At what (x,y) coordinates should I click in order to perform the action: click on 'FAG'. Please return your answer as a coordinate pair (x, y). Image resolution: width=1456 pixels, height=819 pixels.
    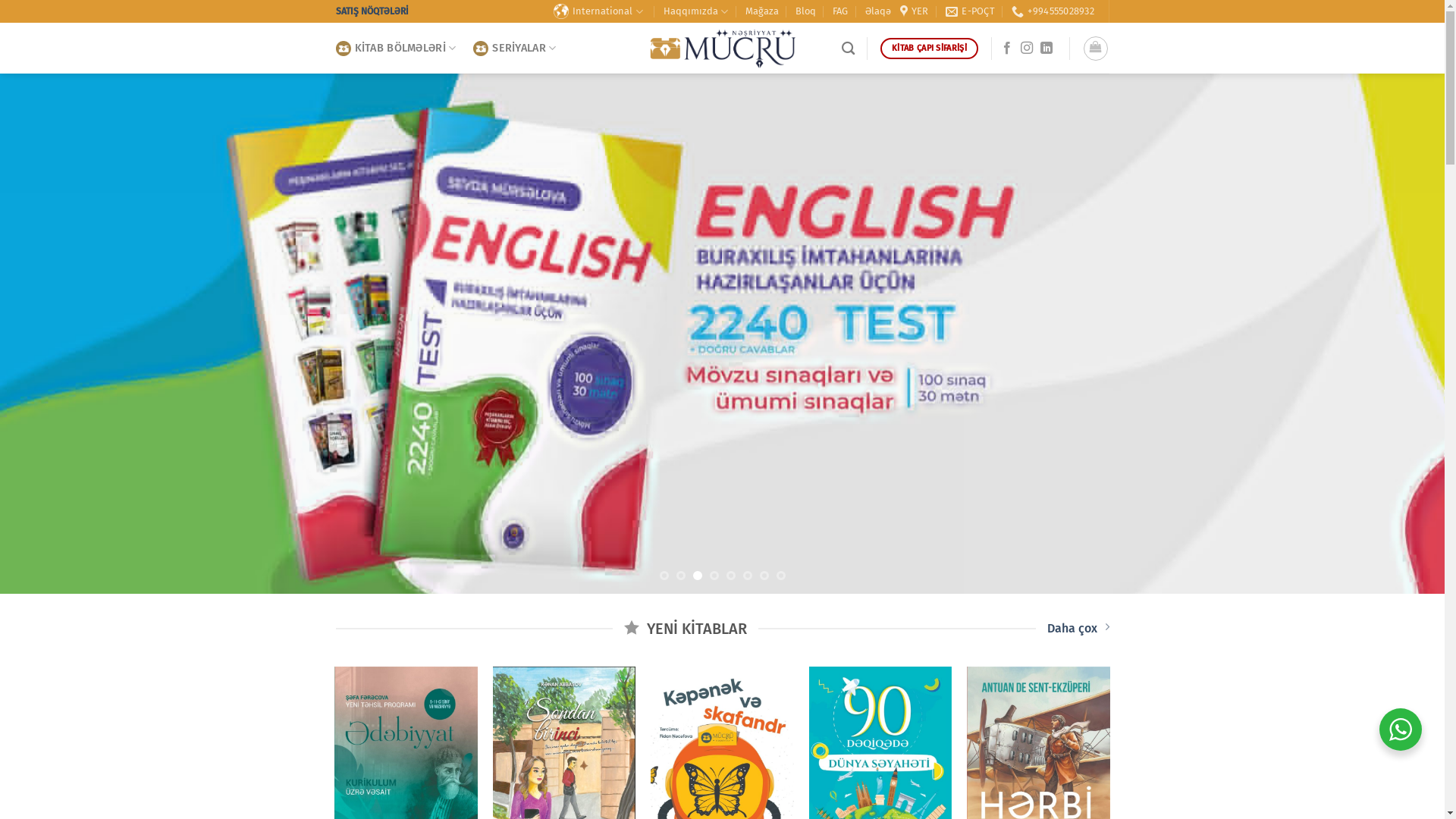
    Looking at the image, I should click on (839, 11).